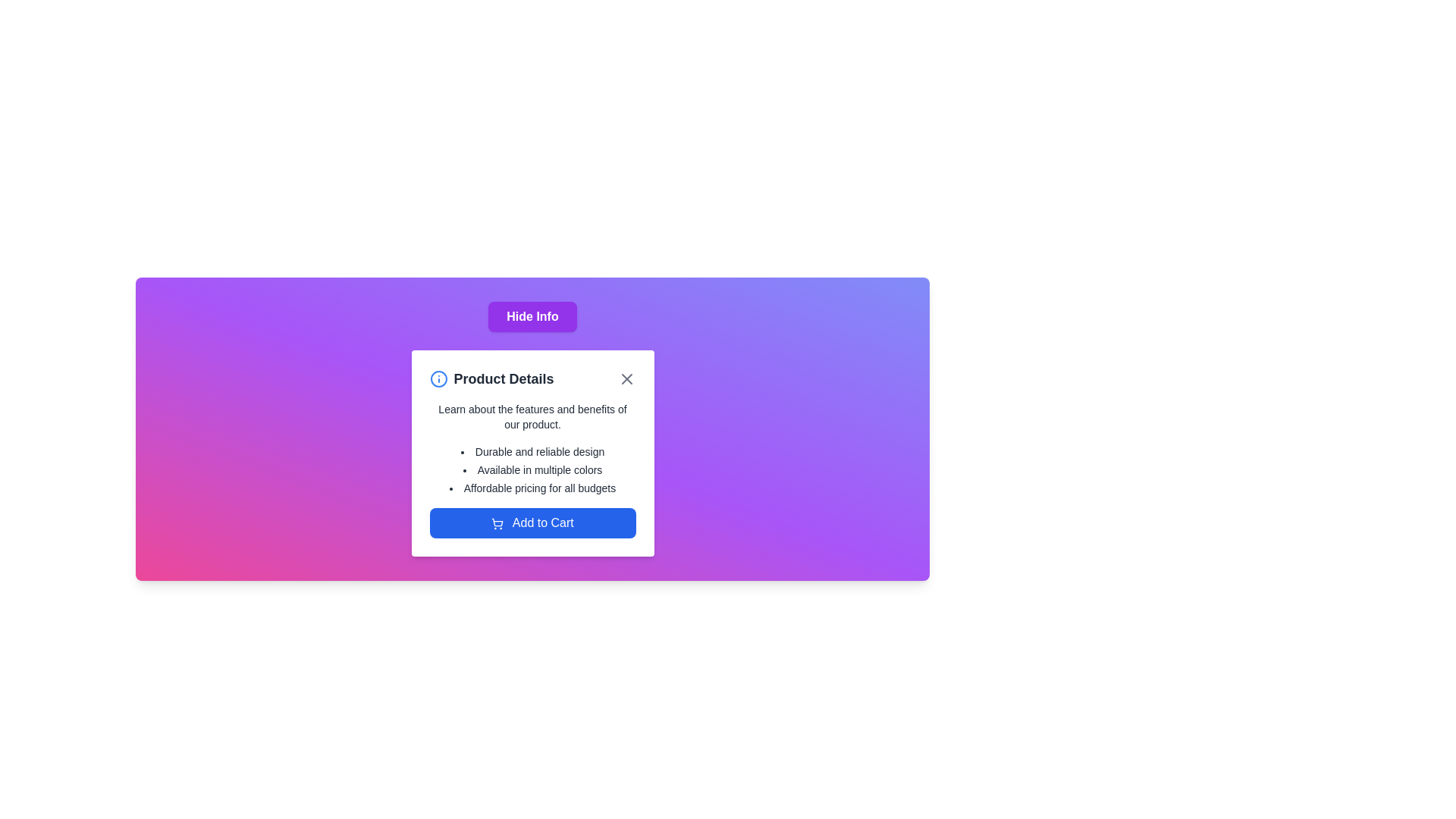 The height and width of the screenshot is (819, 1456). I want to click on the 'Product Details' text label, which serves as the title for the content box, providing context to the details presented in the box, so click(504, 378).